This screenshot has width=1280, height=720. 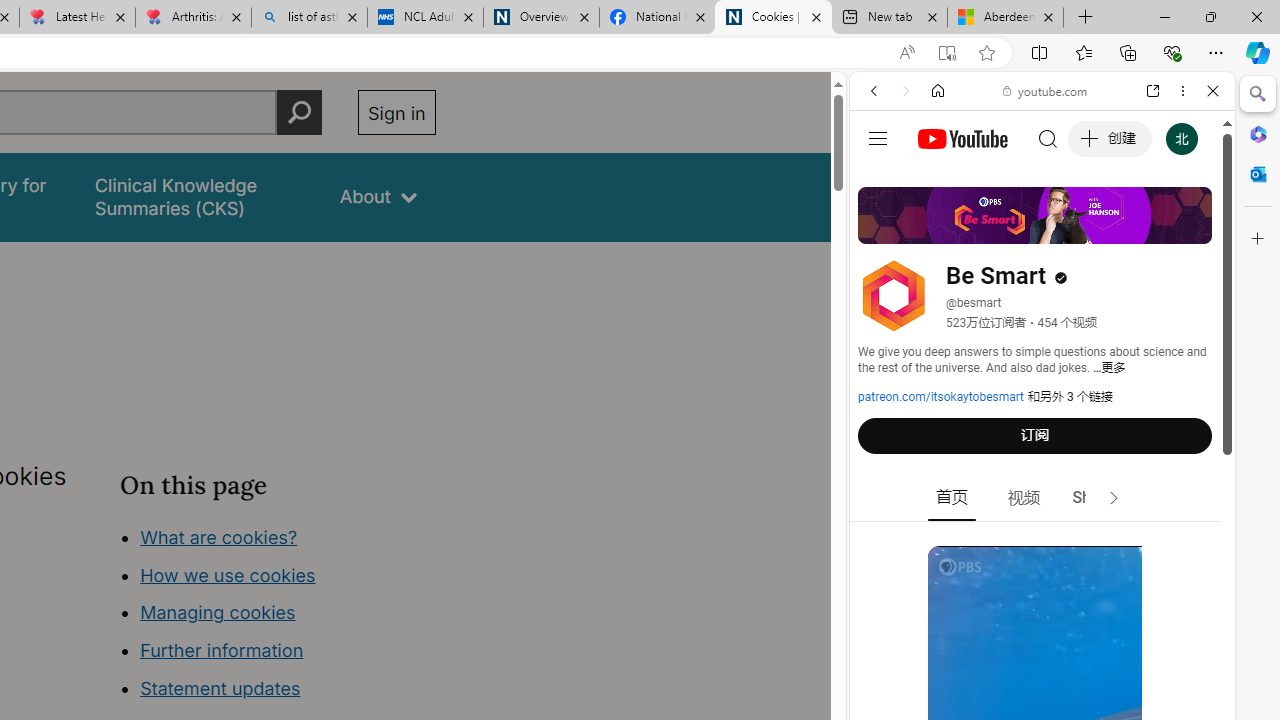 What do you see at coordinates (378, 197) in the screenshot?
I see `'About'` at bounding box center [378, 197].